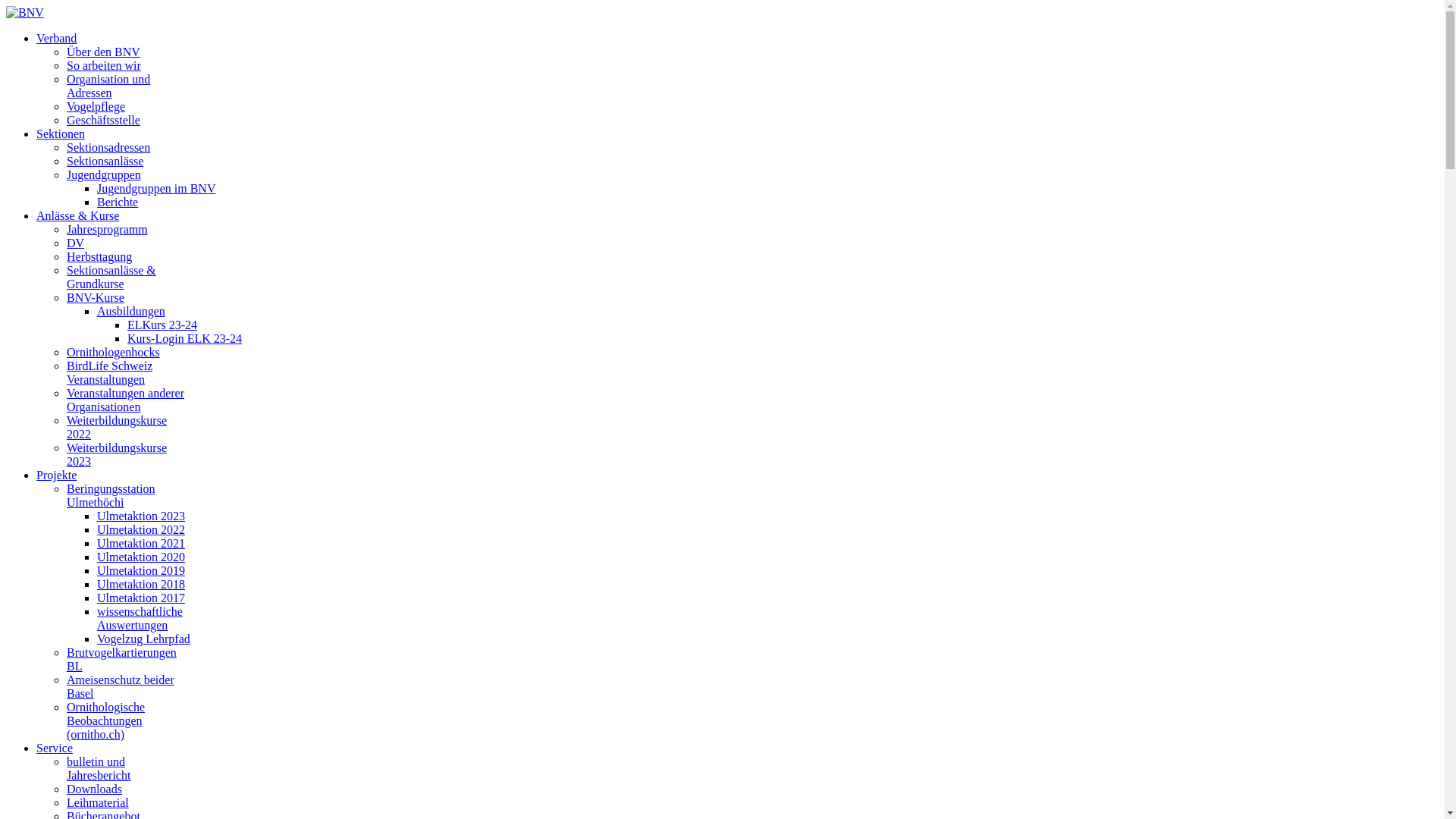 The height and width of the screenshot is (819, 1456). Describe the element at coordinates (156, 187) in the screenshot. I see `'Jugendgruppen im BNV'` at that location.